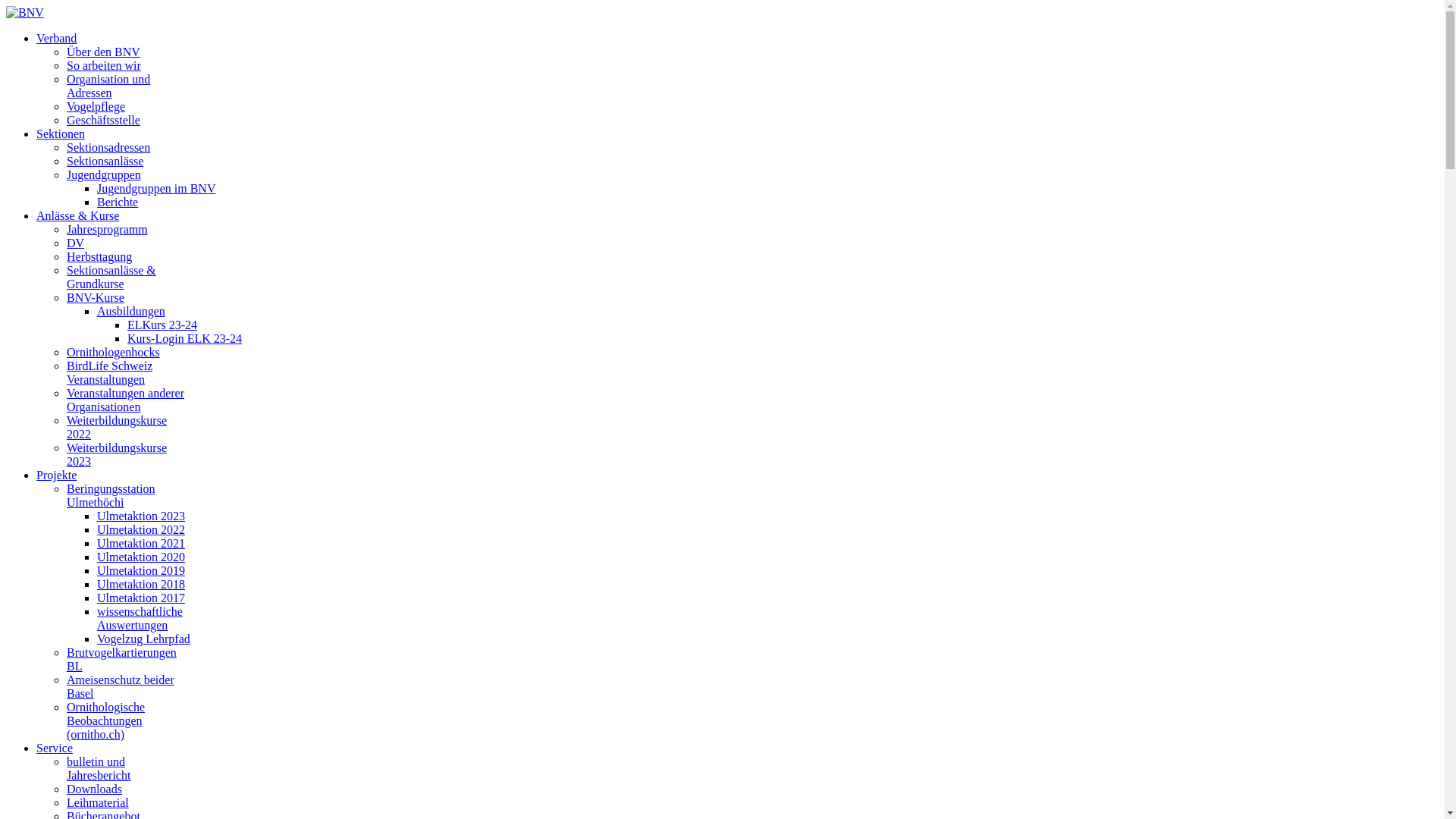 The height and width of the screenshot is (819, 1456). Describe the element at coordinates (156, 187) in the screenshot. I see `'Jugendgruppen im BNV'` at that location.